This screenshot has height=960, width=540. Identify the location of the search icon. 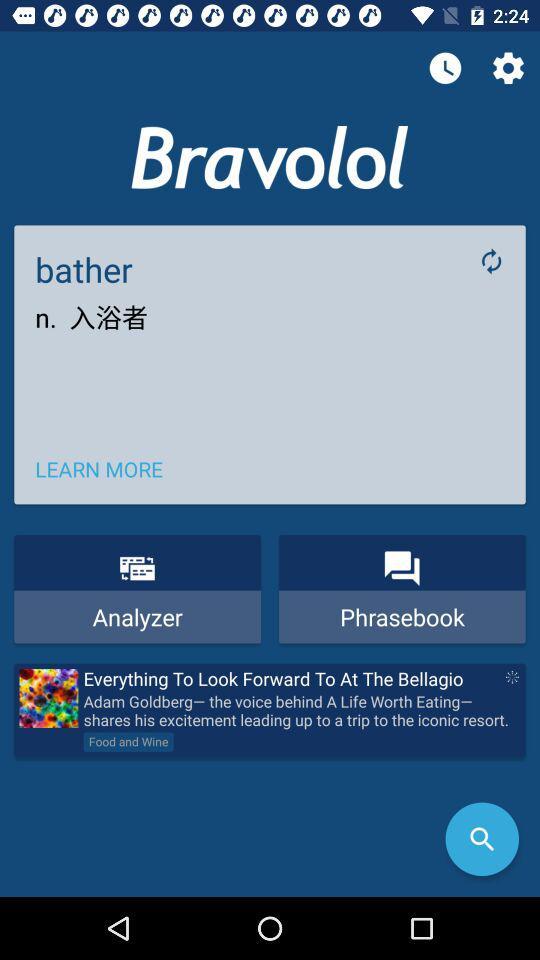
(481, 839).